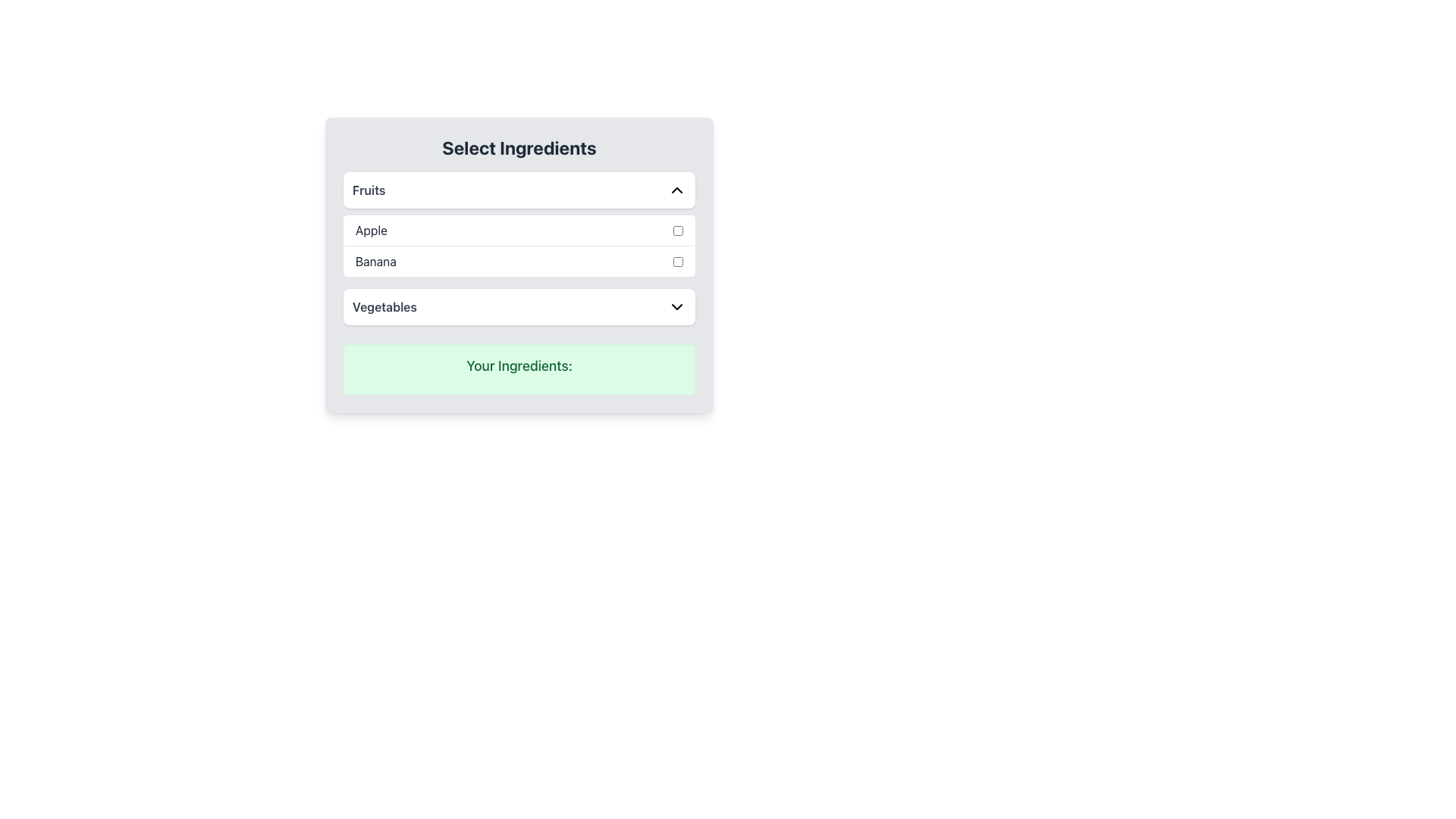 This screenshot has height=819, width=1456. Describe the element at coordinates (519, 260) in the screenshot. I see `the checkbox for 'Banana'` at that location.